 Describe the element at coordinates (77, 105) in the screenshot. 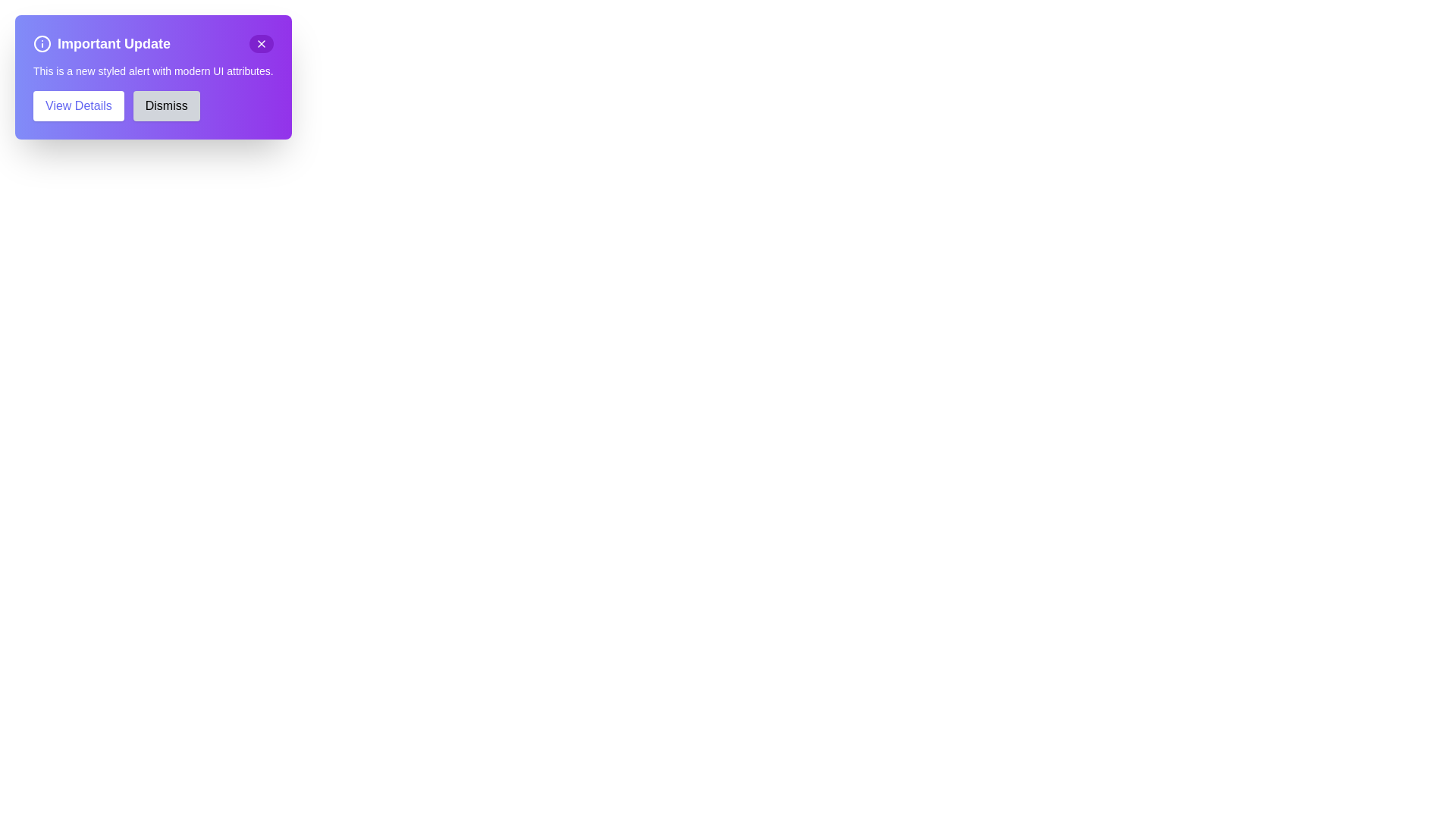

I see `the 'View Details' button to trigger the details alert` at that location.